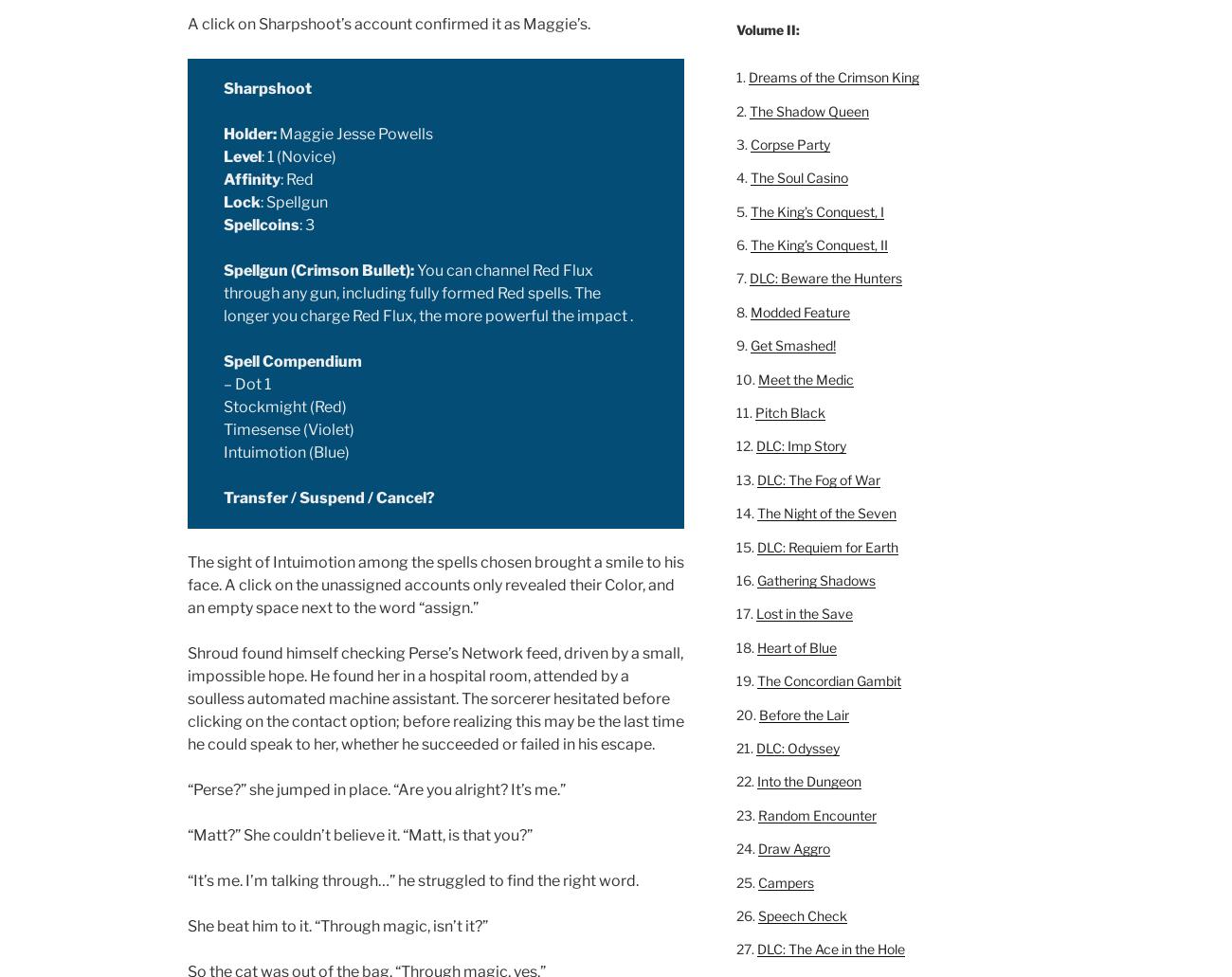 The image size is (1232, 977). What do you see at coordinates (317, 270) in the screenshot?
I see `'Spellgun (Crimson Bullet):'` at bounding box center [317, 270].